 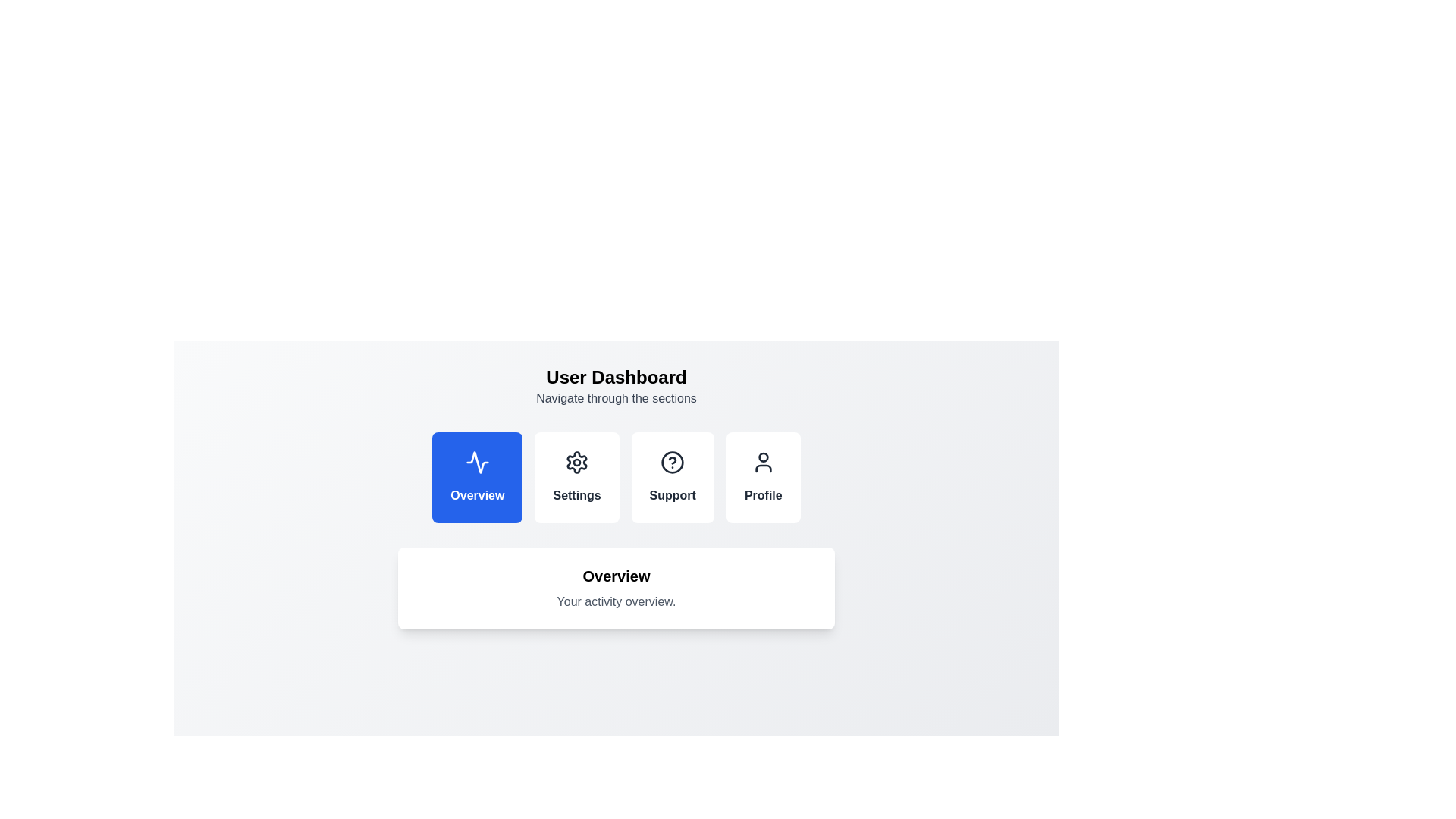 I want to click on text label displaying 'Profile' in bold font, located within the fourth item of a horizontal list of similar elements, so click(x=763, y=496).